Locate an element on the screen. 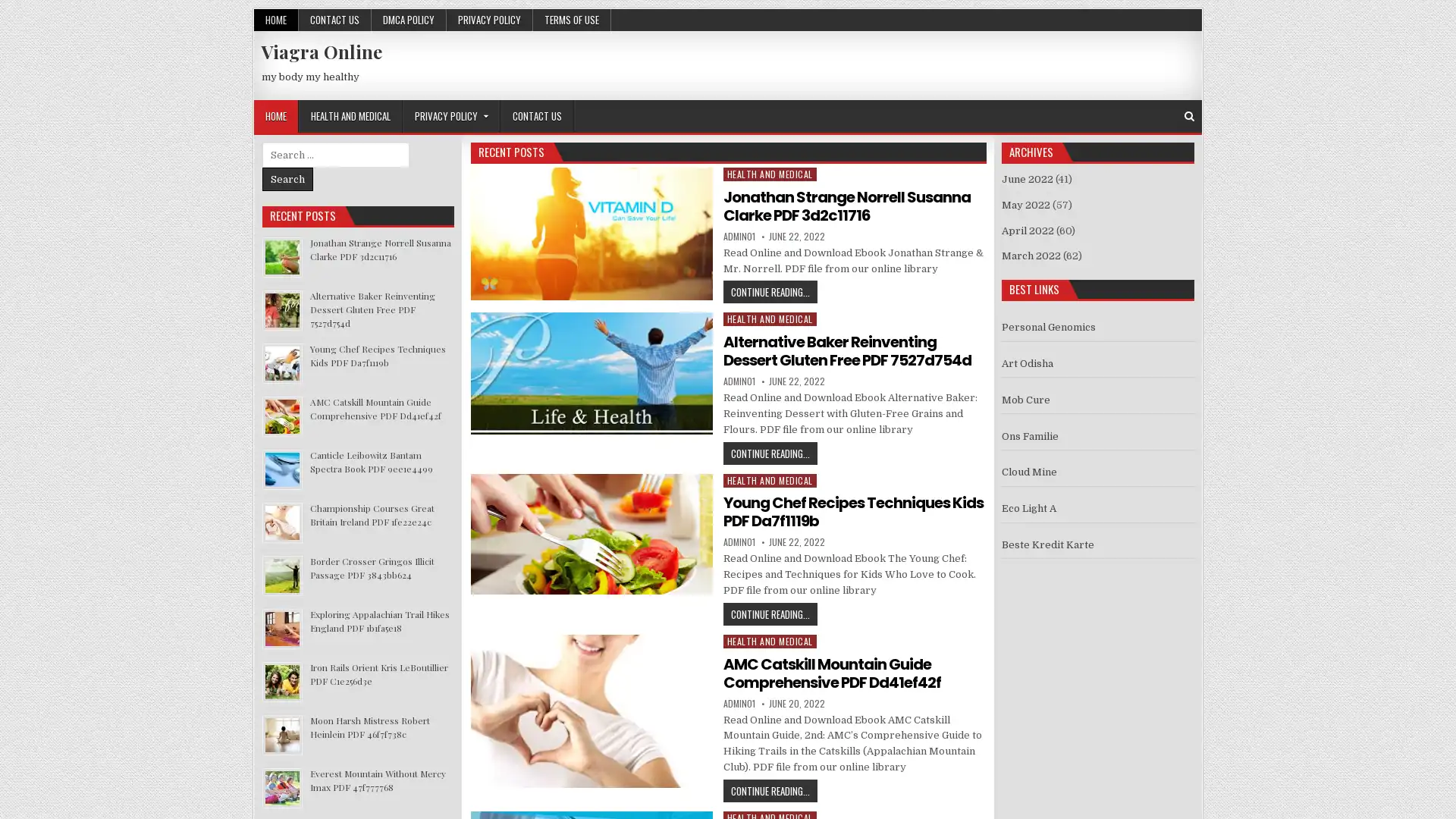 This screenshot has height=819, width=1456. Search is located at coordinates (287, 178).